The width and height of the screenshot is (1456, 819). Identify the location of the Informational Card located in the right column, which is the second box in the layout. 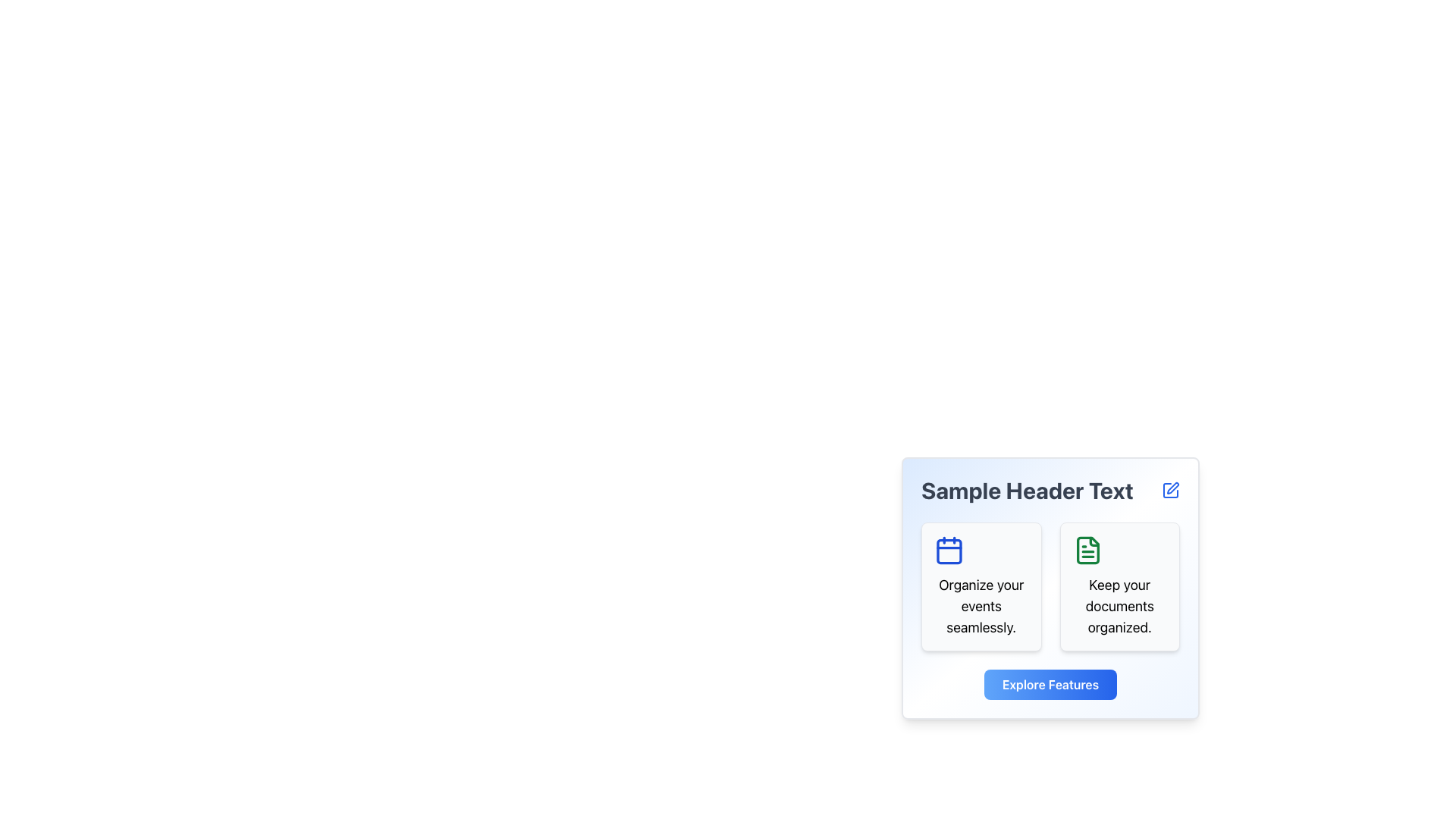
(1119, 586).